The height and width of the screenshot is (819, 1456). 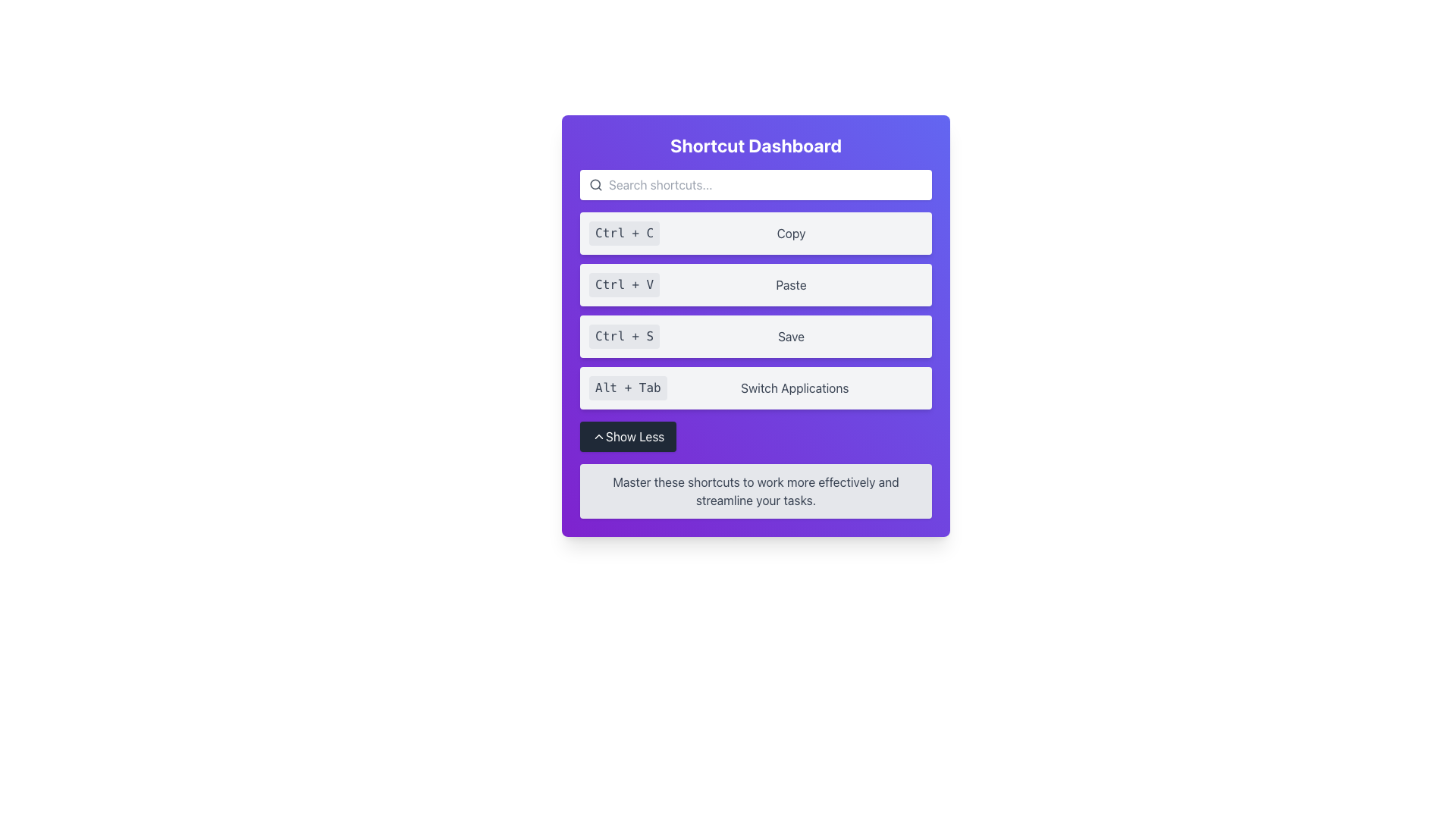 What do you see at coordinates (756, 335) in the screenshot?
I see `the informational component displaying the shortcut 'Ctrl + S' and its associated action 'Save', which is the third element in a vertically stacked list of similar elements` at bounding box center [756, 335].